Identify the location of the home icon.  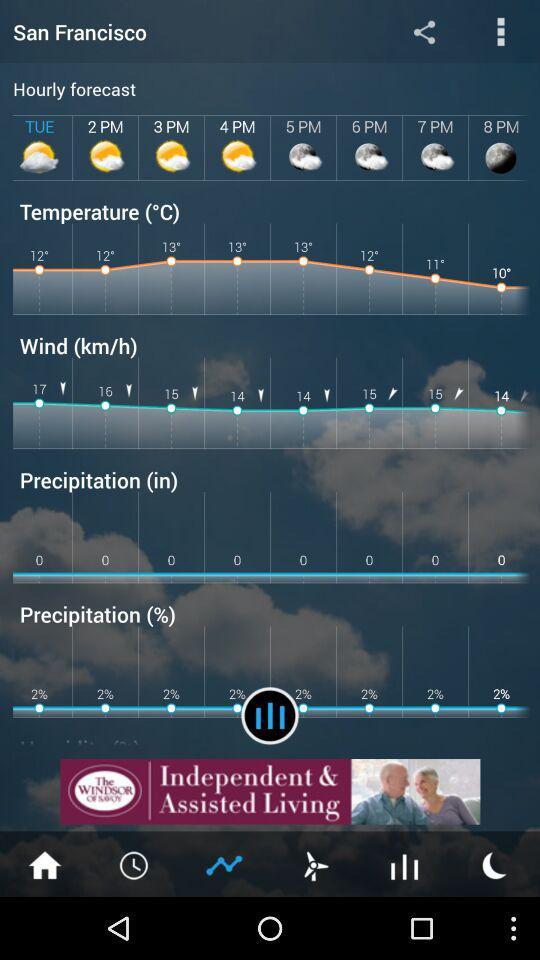
(44, 925).